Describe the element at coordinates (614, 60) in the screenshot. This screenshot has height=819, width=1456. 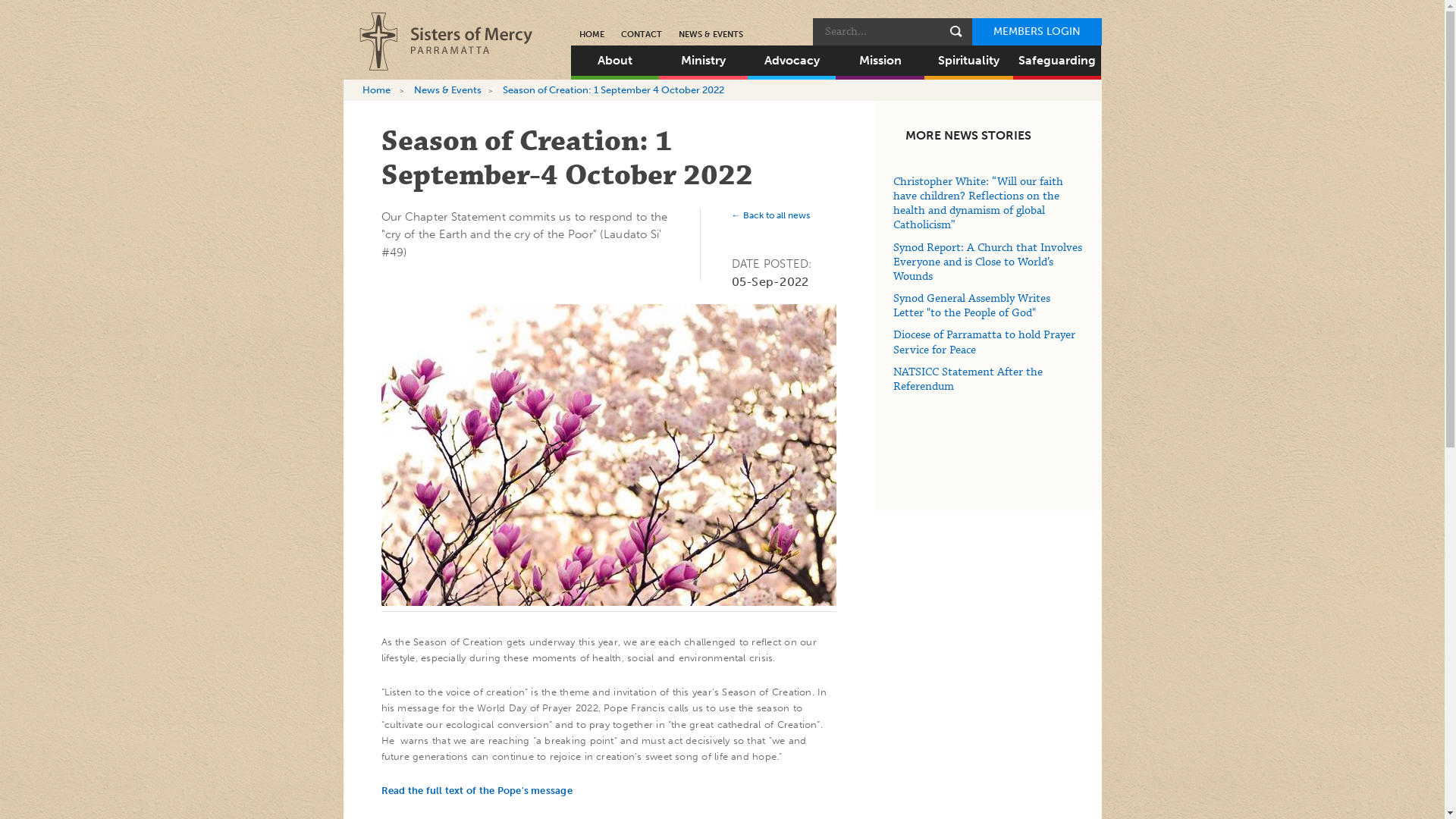
I see `'About'` at that location.